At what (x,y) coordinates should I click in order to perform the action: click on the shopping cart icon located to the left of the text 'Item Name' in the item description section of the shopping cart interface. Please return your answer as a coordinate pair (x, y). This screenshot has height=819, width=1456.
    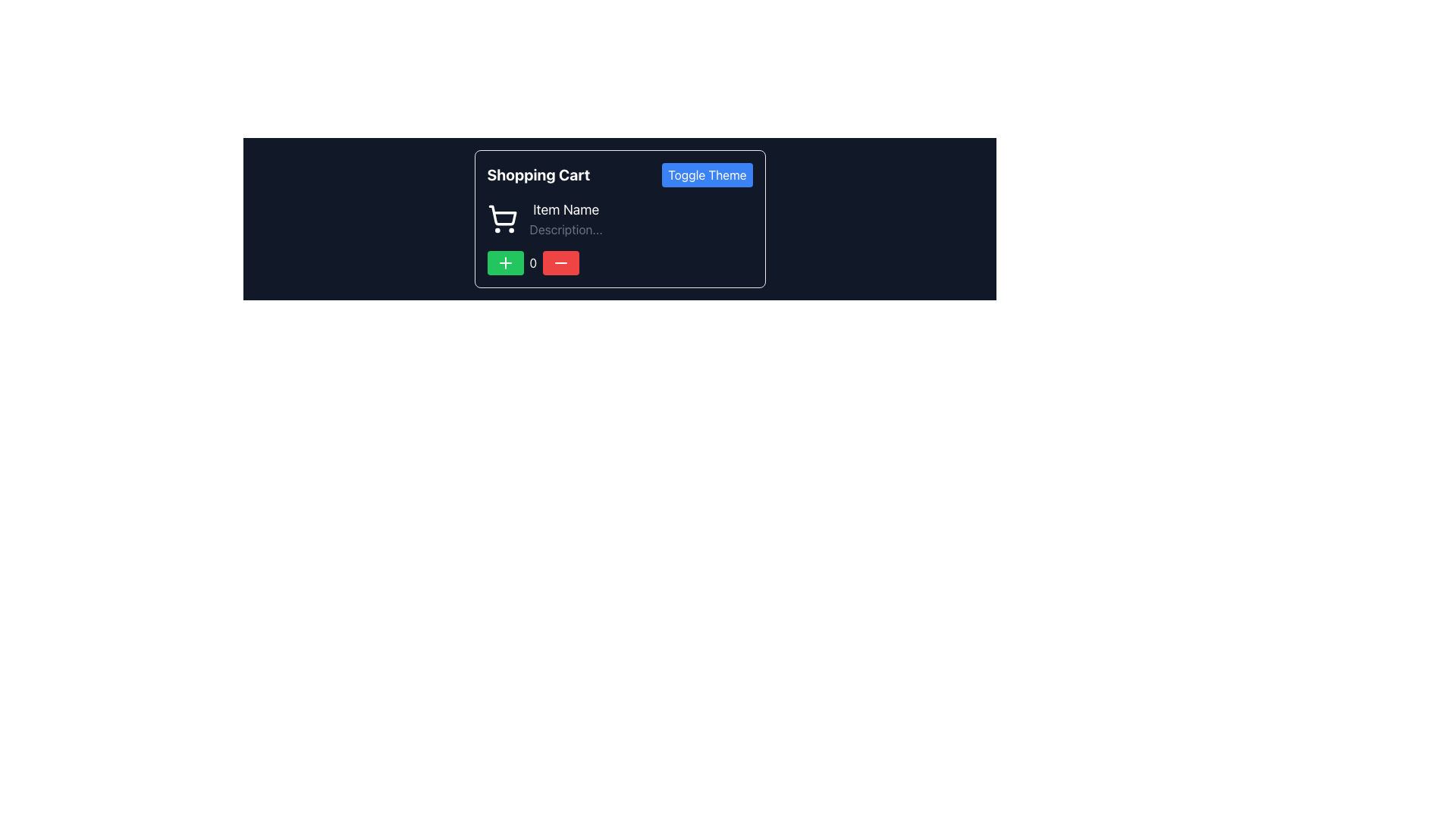
    Looking at the image, I should click on (502, 219).